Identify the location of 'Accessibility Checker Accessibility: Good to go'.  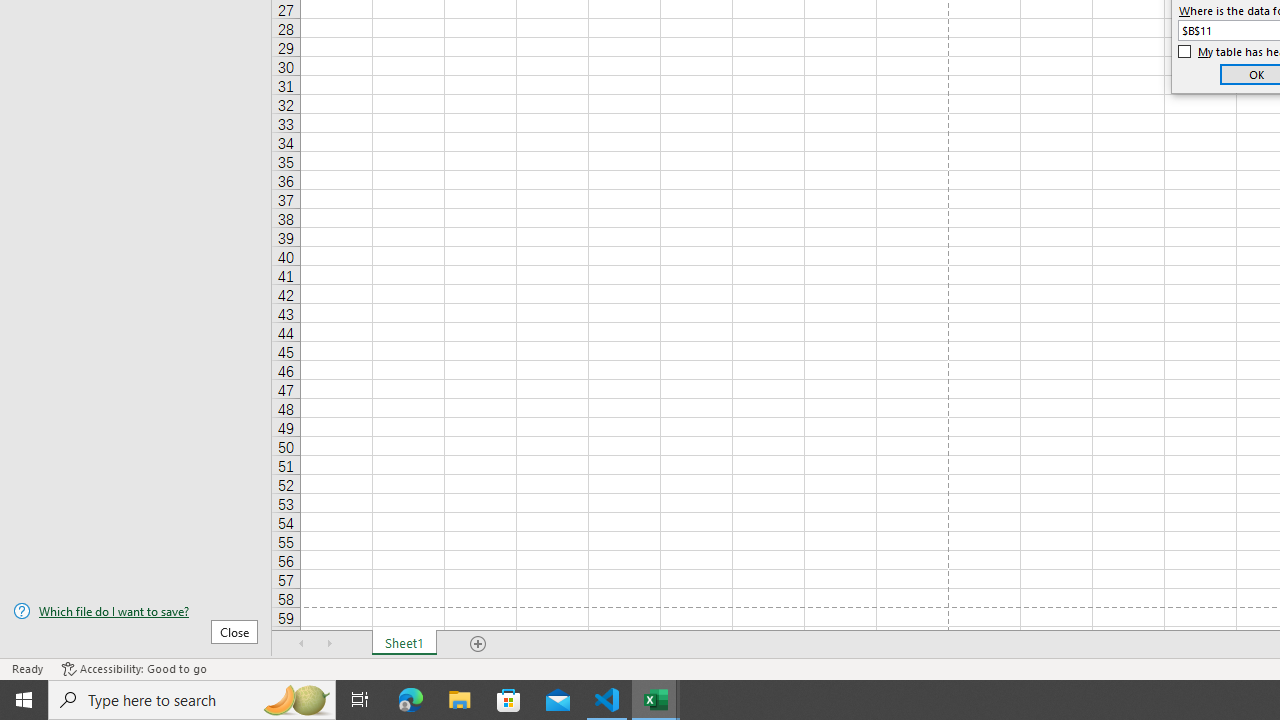
(133, 669).